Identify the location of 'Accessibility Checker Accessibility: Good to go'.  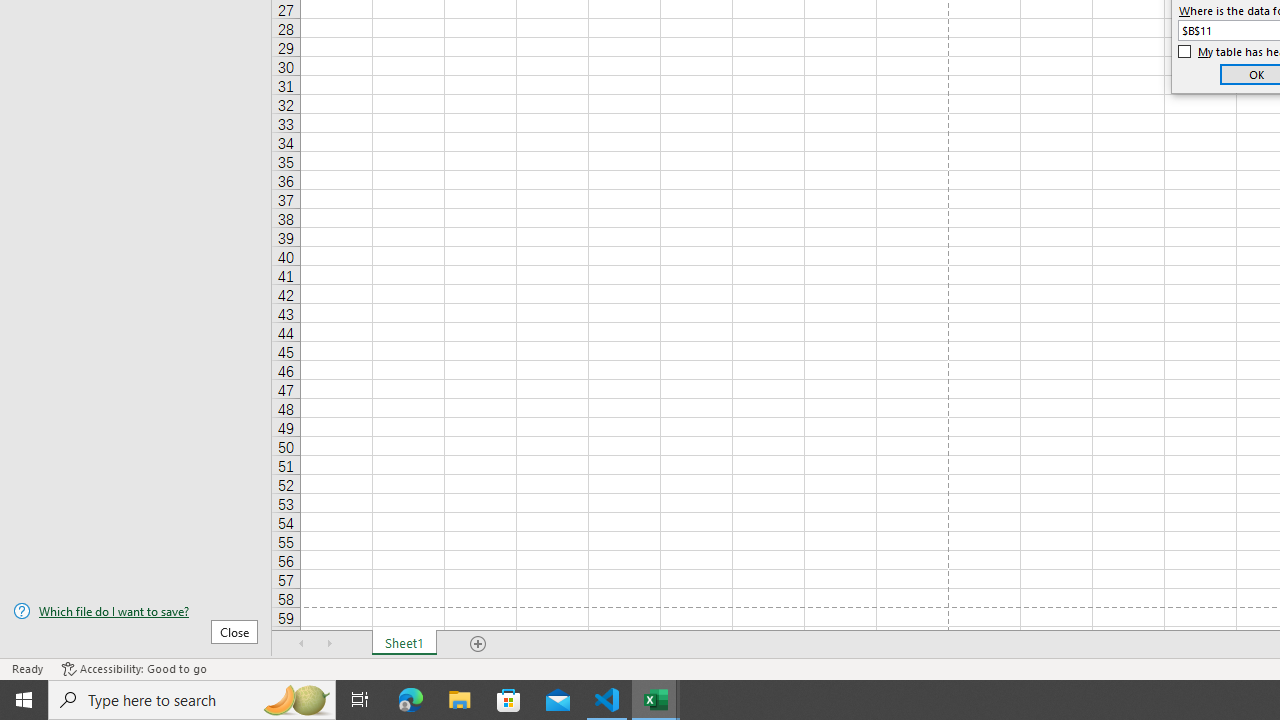
(133, 669).